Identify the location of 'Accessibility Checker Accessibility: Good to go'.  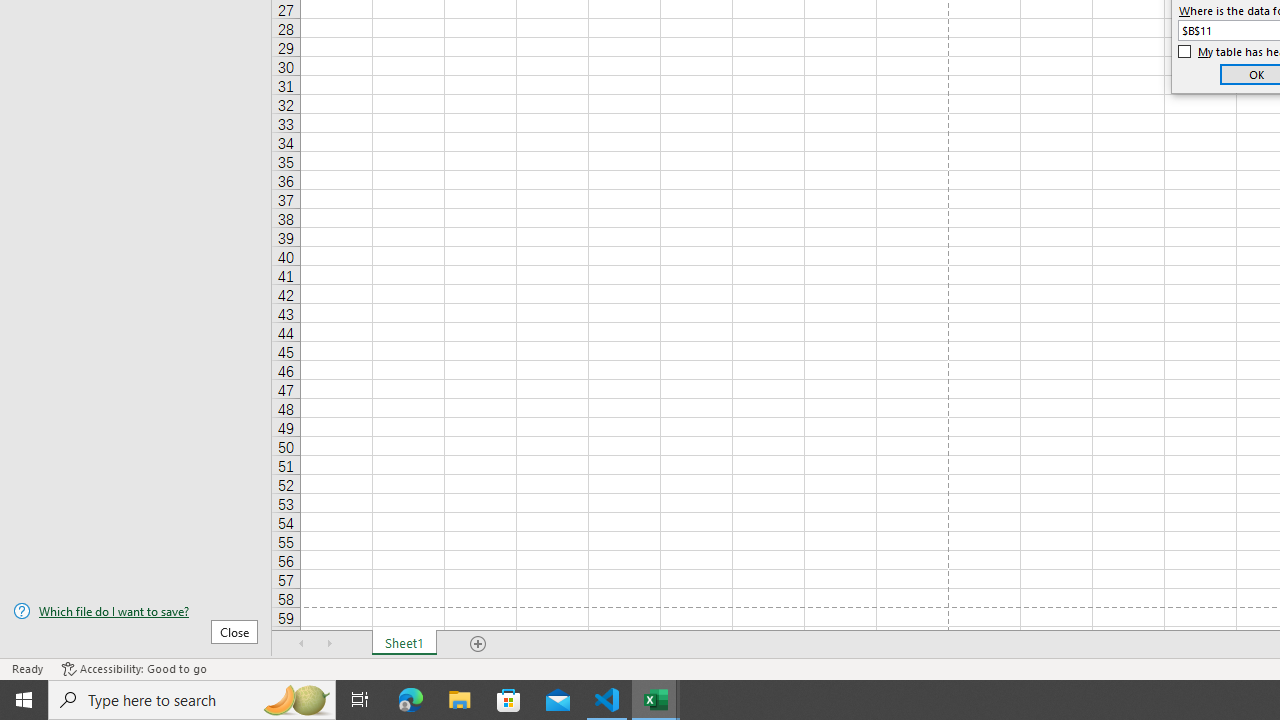
(133, 669).